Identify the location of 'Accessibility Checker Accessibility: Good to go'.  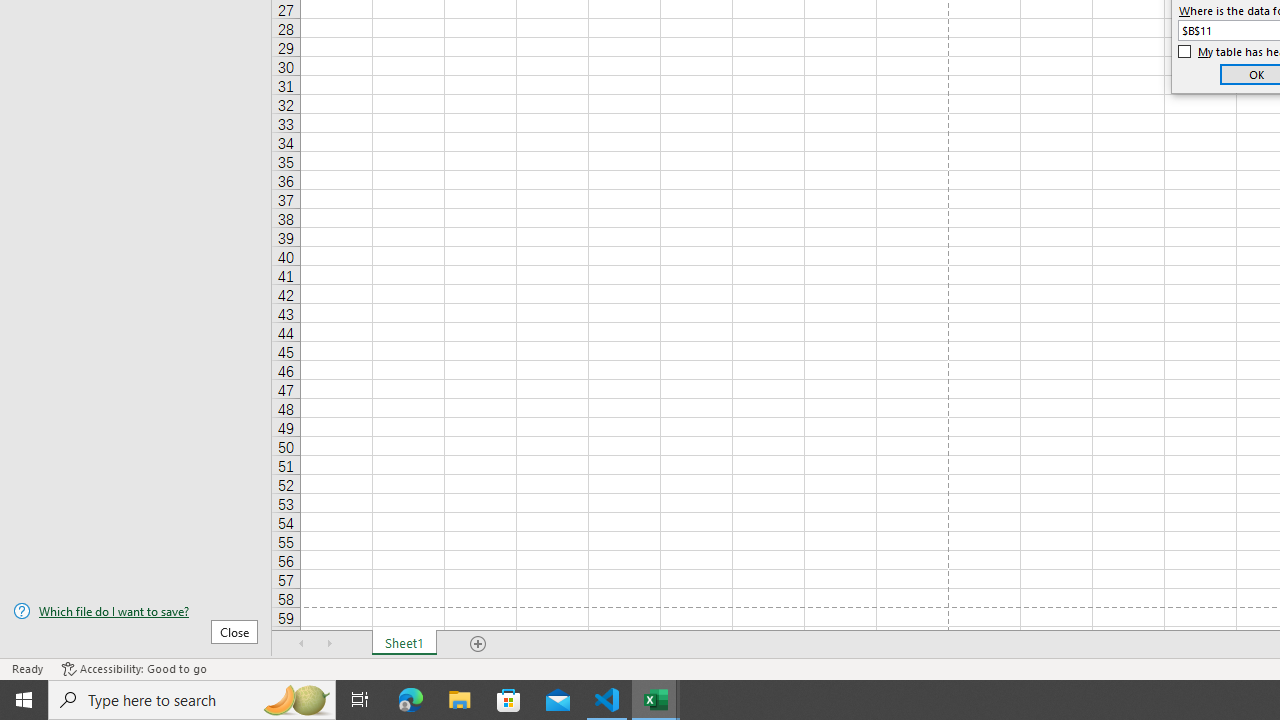
(133, 669).